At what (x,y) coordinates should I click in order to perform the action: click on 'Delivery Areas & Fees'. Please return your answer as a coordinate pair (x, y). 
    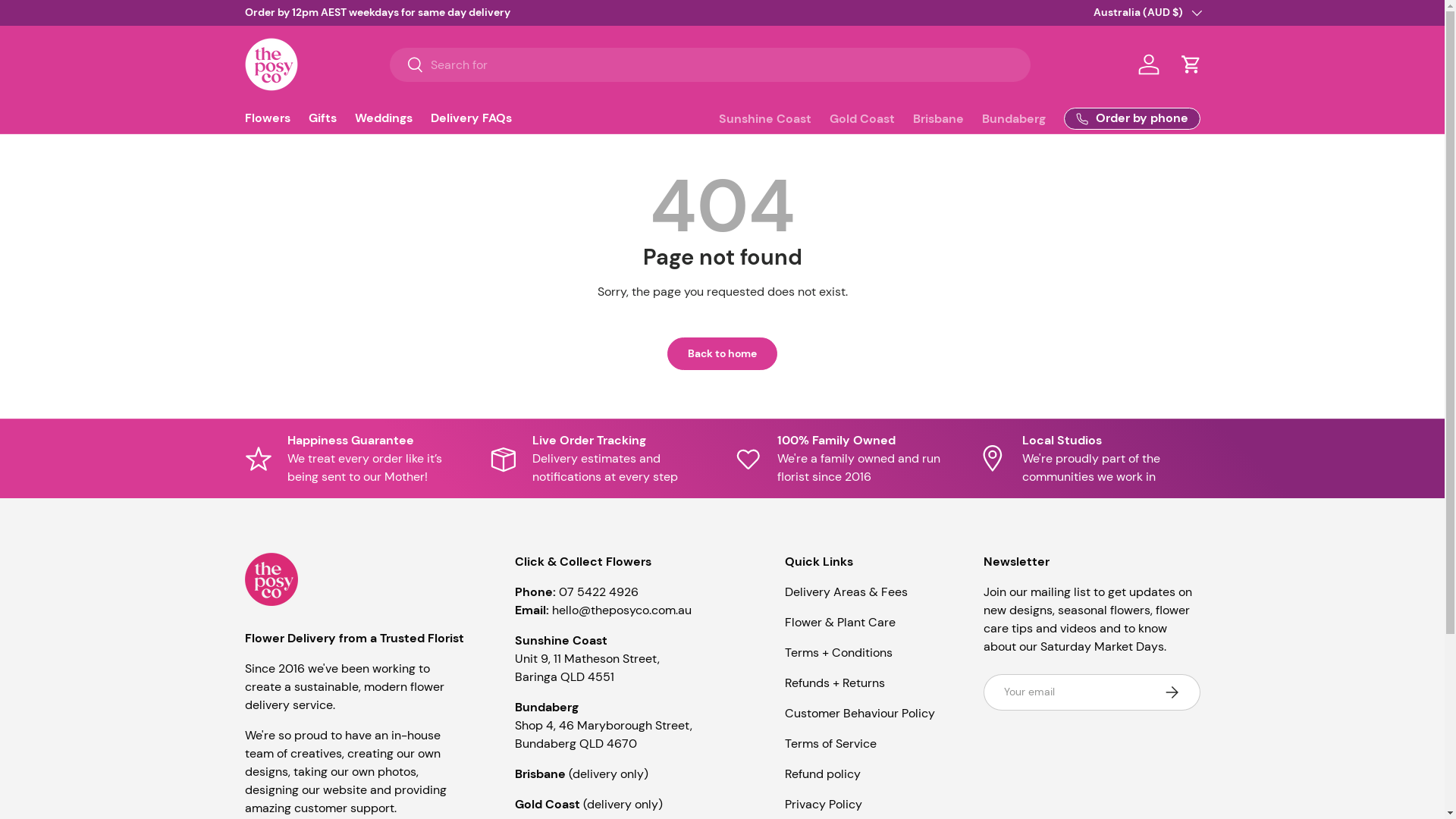
    Looking at the image, I should click on (844, 591).